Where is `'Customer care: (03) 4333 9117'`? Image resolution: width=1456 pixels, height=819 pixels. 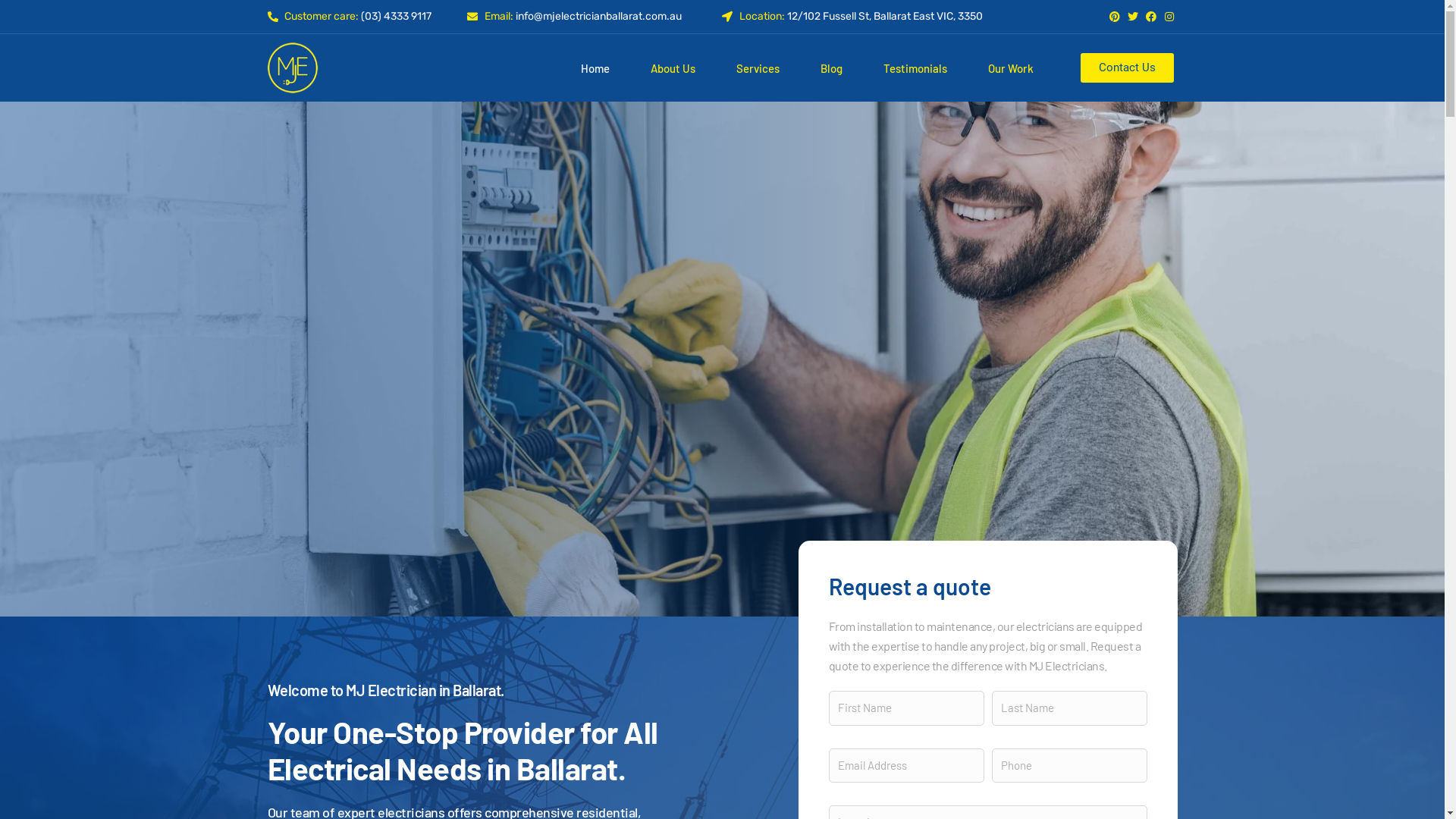 'Customer care: (03) 4333 9117' is located at coordinates (367, 17).